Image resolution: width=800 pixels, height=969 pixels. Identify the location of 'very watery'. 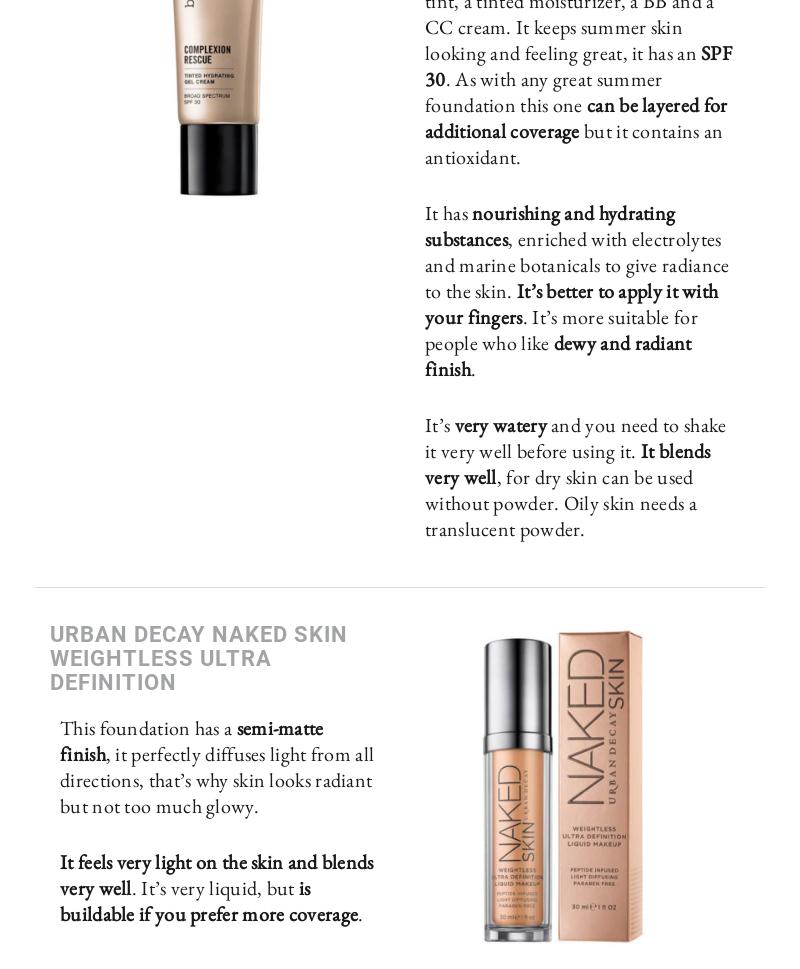
(501, 424).